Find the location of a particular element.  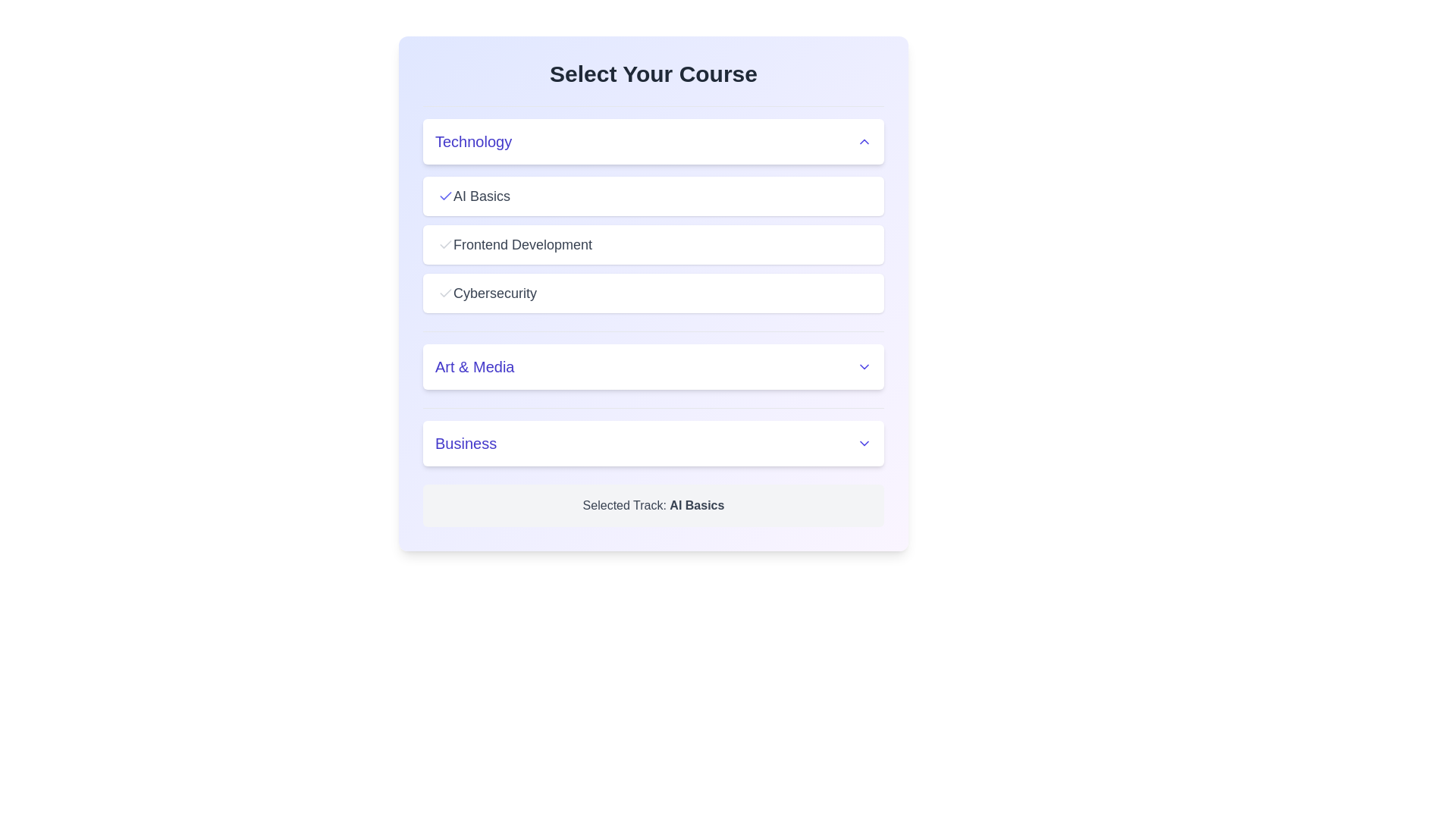

the selectable list item representing the 'Cybersecurity' track in the 'Technology' section is located at coordinates (654, 293).